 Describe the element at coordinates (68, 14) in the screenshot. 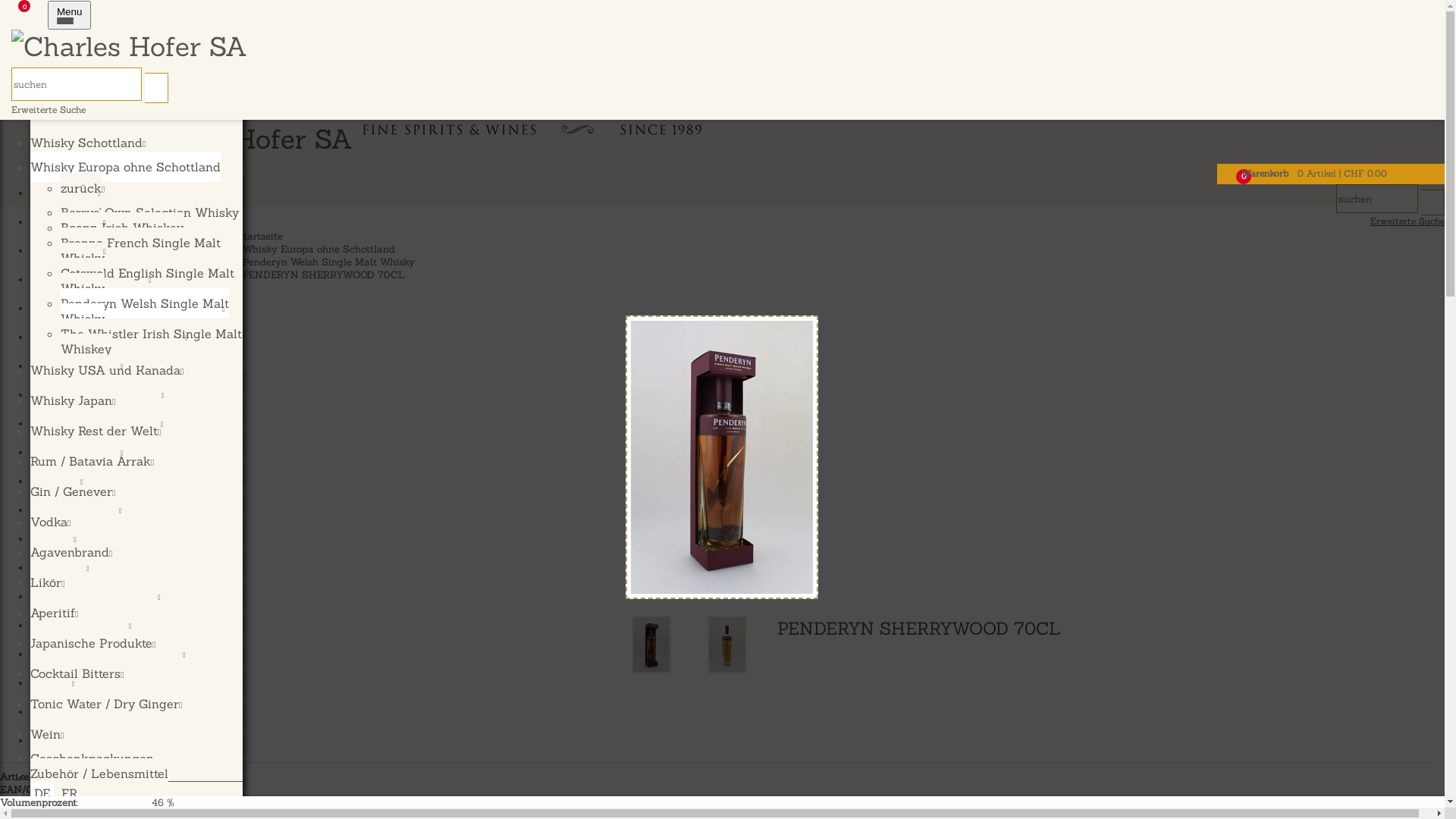

I see `'Menu'` at that location.